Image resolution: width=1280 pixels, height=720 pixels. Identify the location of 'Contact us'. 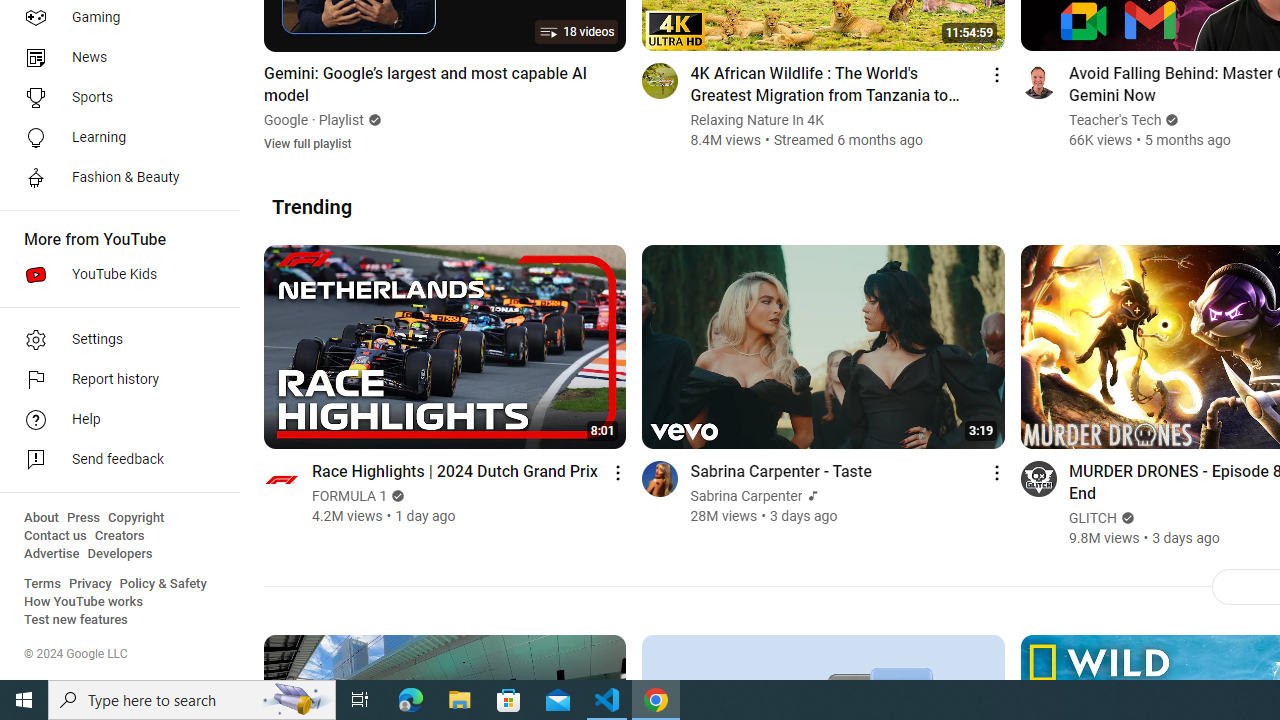
(55, 535).